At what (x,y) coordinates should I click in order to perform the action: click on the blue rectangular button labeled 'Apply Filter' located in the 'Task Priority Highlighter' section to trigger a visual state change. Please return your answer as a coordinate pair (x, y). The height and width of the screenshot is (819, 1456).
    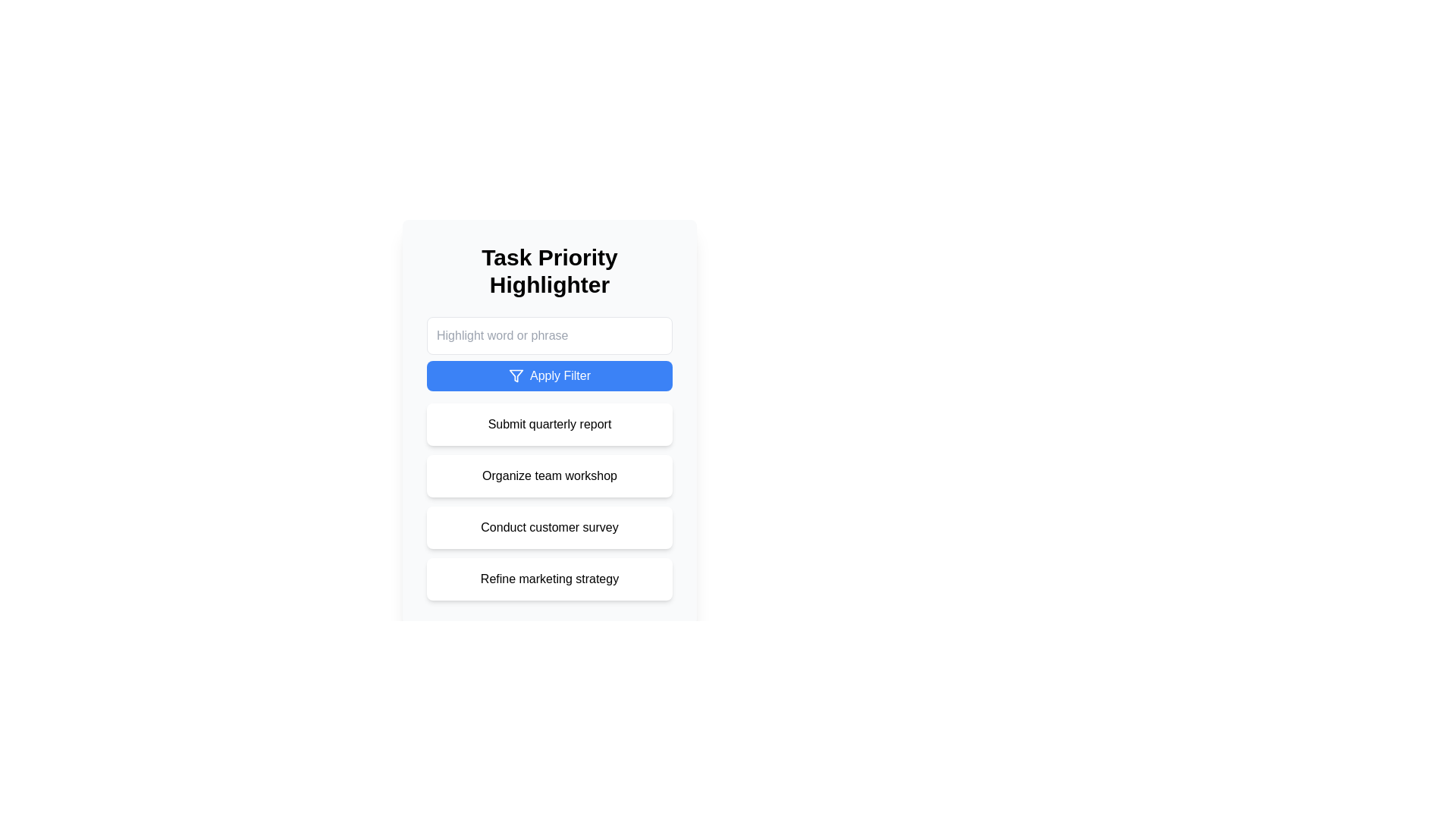
    Looking at the image, I should click on (548, 353).